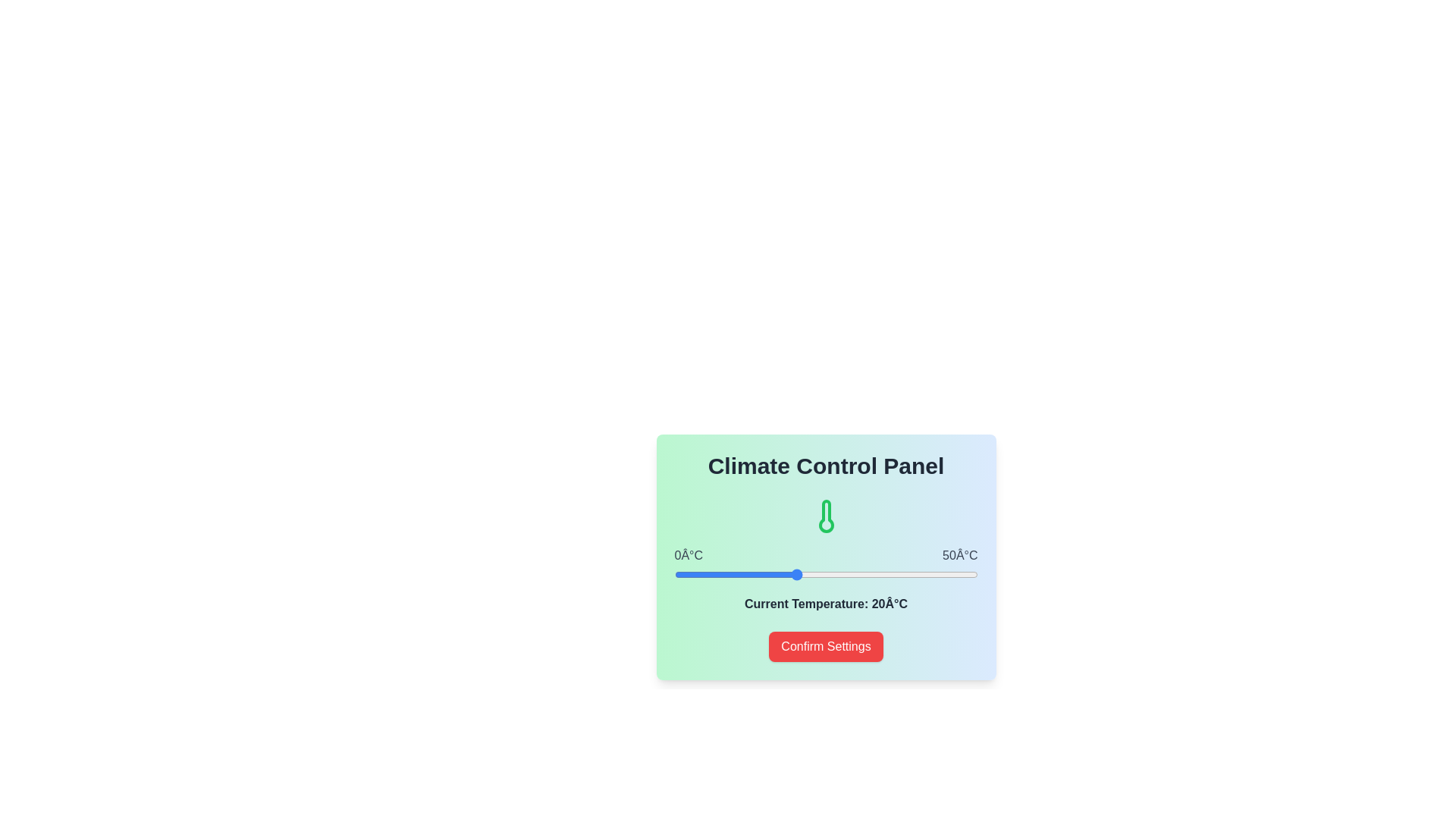 The height and width of the screenshot is (819, 1456). What do you see at coordinates (874, 575) in the screenshot?
I see `the temperature slider to 33°C` at bounding box center [874, 575].